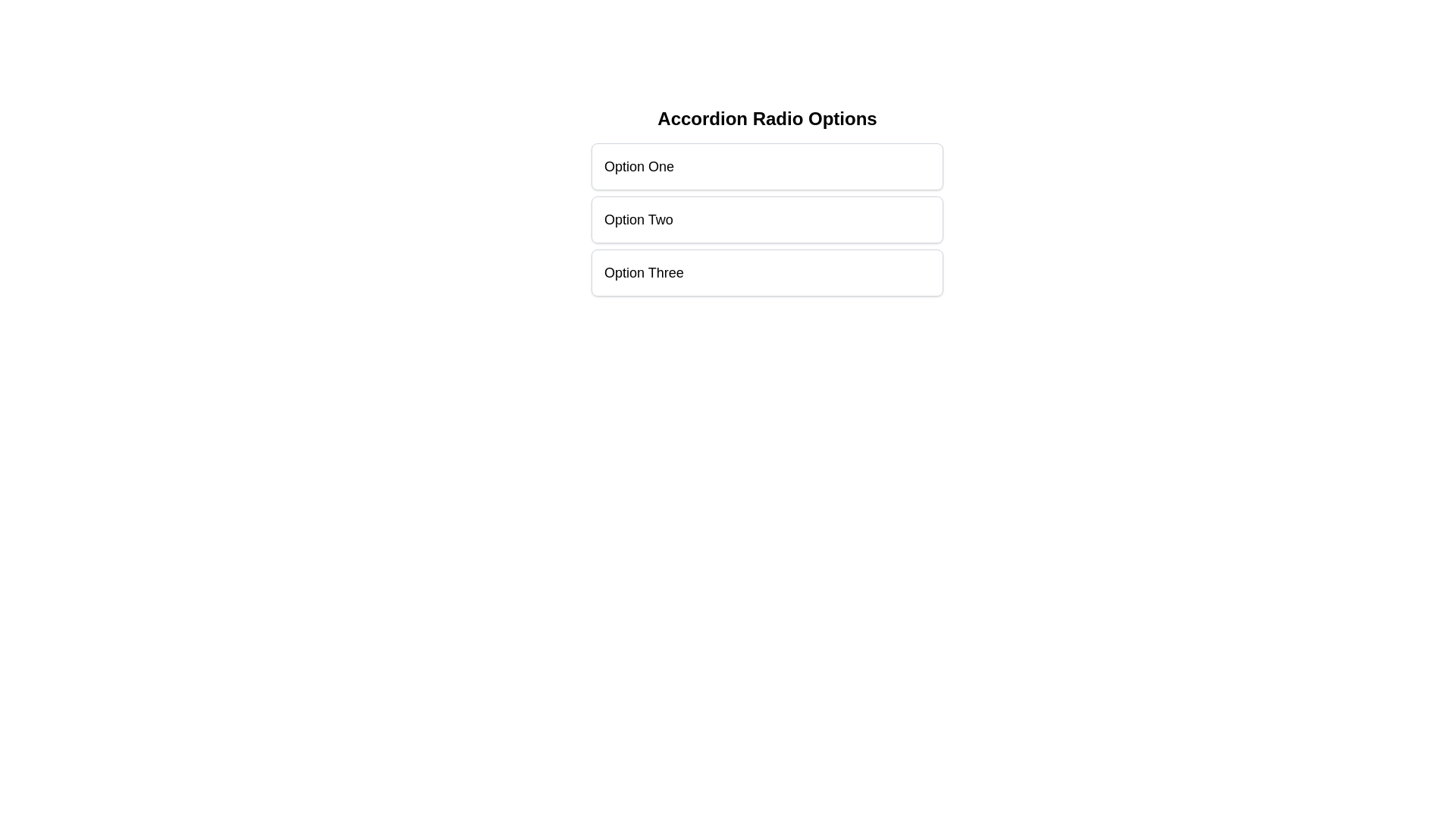 This screenshot has width=1456, height=819. What do you see at coordinates (767, 166) in the screenshot?
I see `the first selectable option labeled 'Option One' in the Accordion Radio Options` at bounding box center [767, 166].